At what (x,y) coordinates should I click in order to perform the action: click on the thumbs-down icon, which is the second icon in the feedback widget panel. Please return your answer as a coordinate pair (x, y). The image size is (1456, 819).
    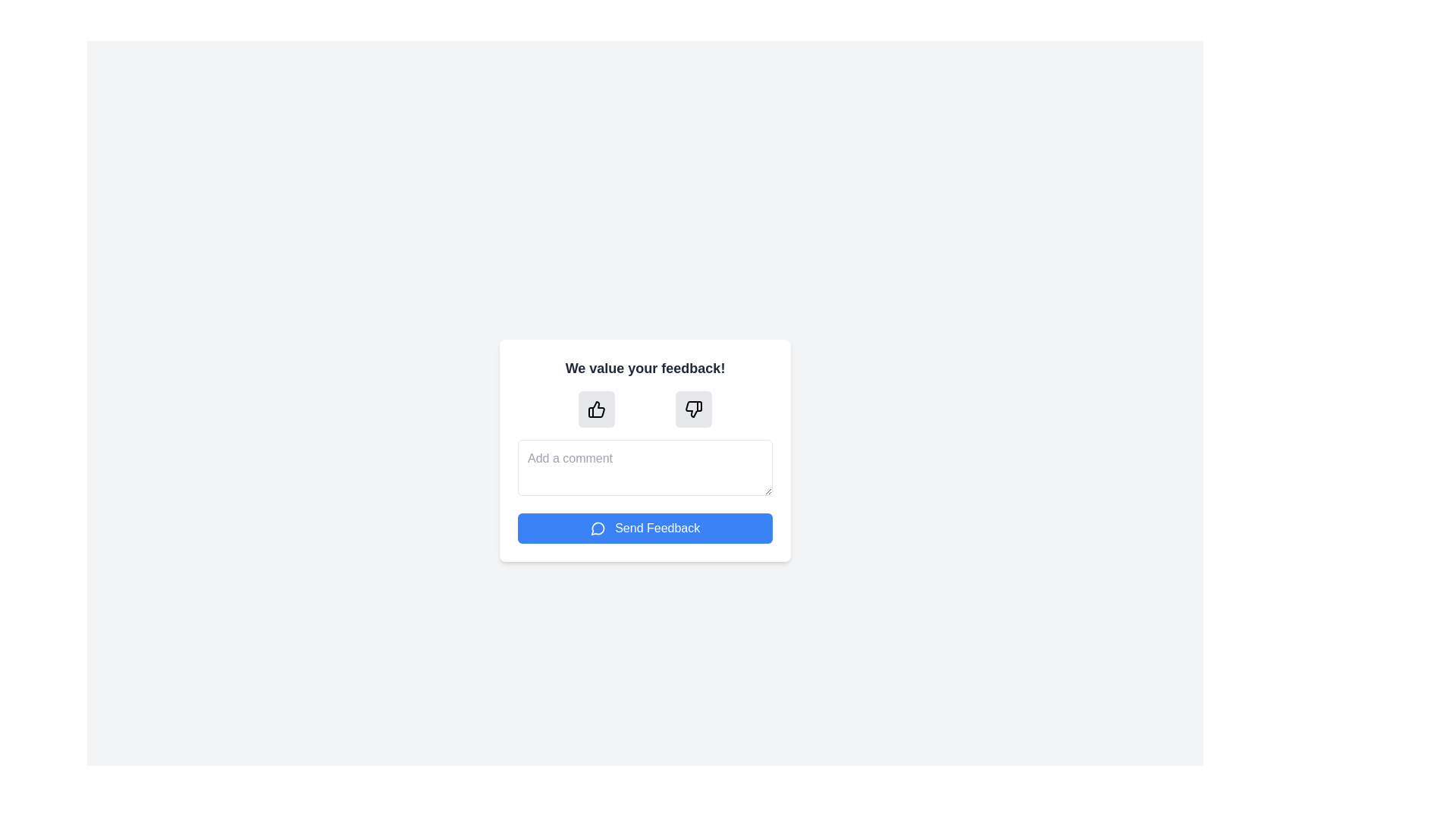
    Looking at the image, I should click on (693, 408).